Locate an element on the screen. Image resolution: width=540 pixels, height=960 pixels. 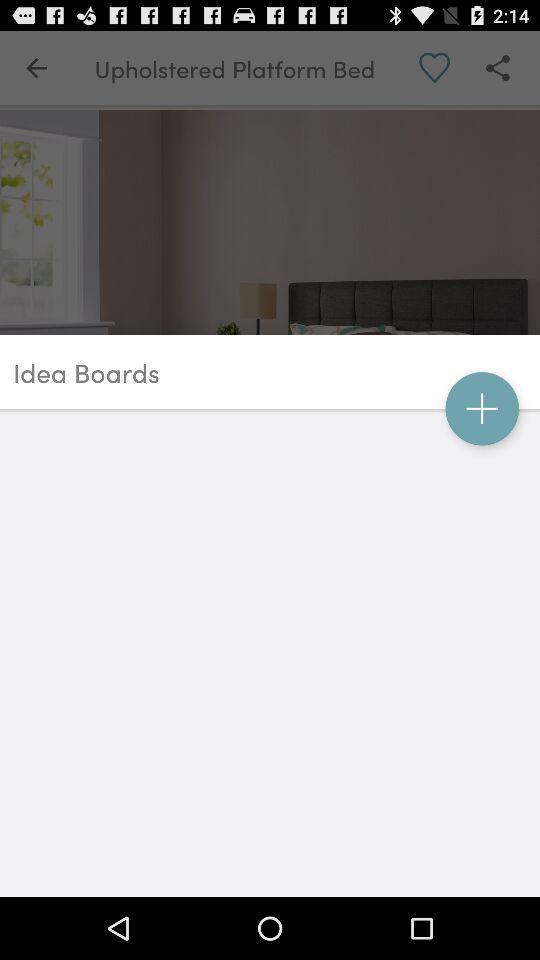
the add icon is located at coordinates (481, 437).